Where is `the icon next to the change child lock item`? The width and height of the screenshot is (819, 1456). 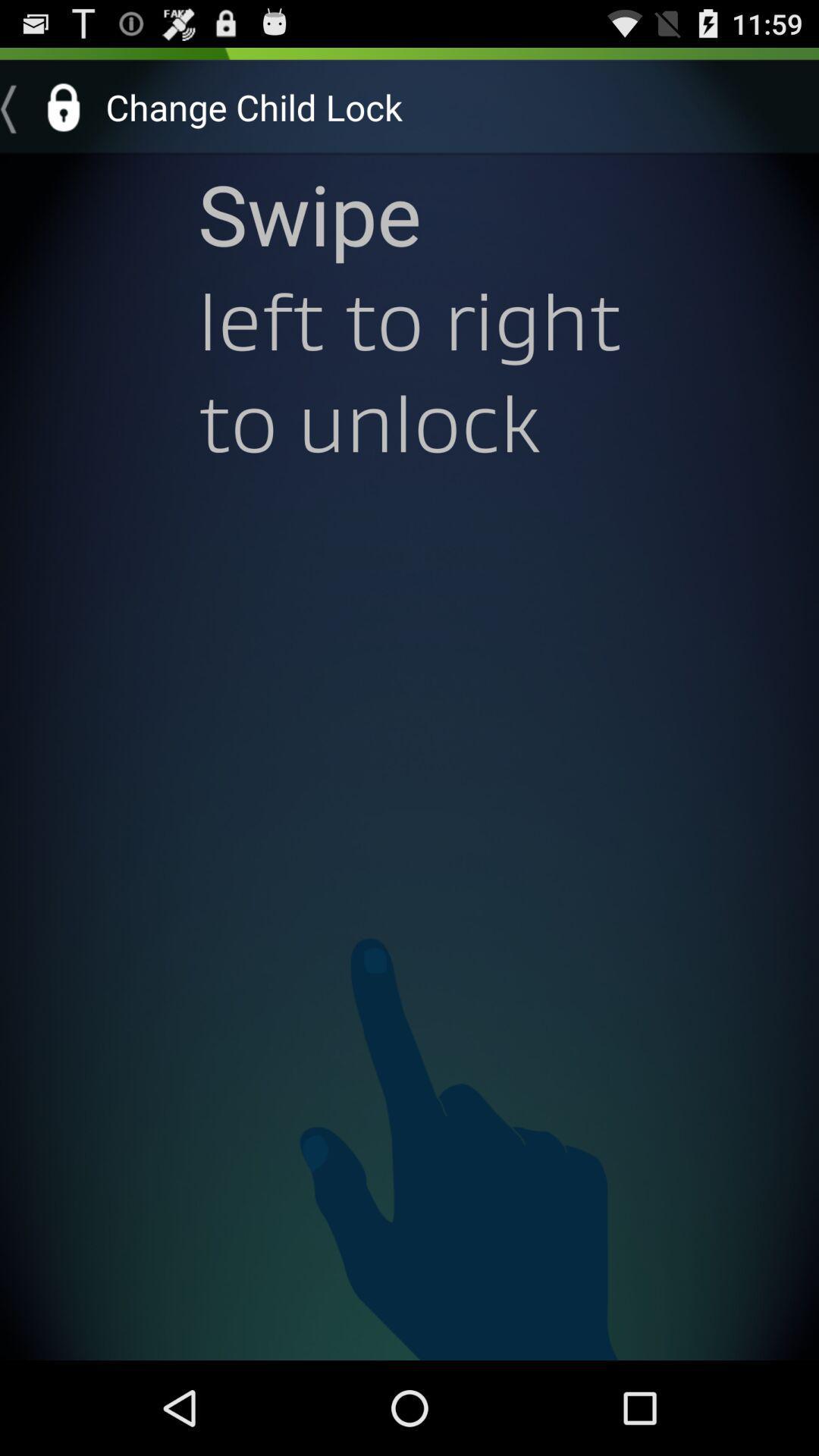
the icon next to the change child lock item is located at coordinates (46, 106).